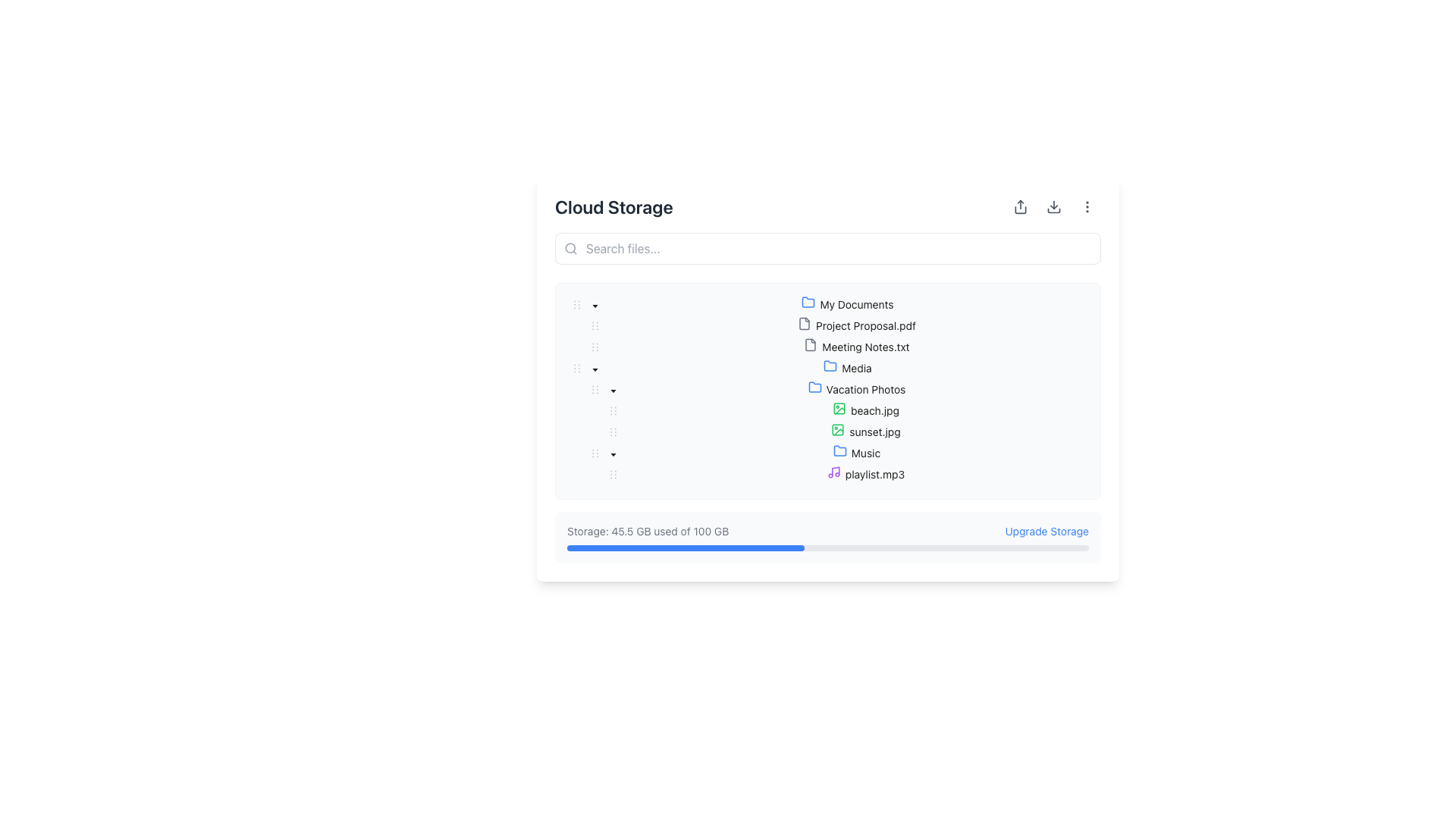 The height and width of the screenshot is (819, 1456). What do you see at coordinates (827, 304) in the screenshot?
I see `the 'My Documents' folder tree node` at bounding box center [827, 304].